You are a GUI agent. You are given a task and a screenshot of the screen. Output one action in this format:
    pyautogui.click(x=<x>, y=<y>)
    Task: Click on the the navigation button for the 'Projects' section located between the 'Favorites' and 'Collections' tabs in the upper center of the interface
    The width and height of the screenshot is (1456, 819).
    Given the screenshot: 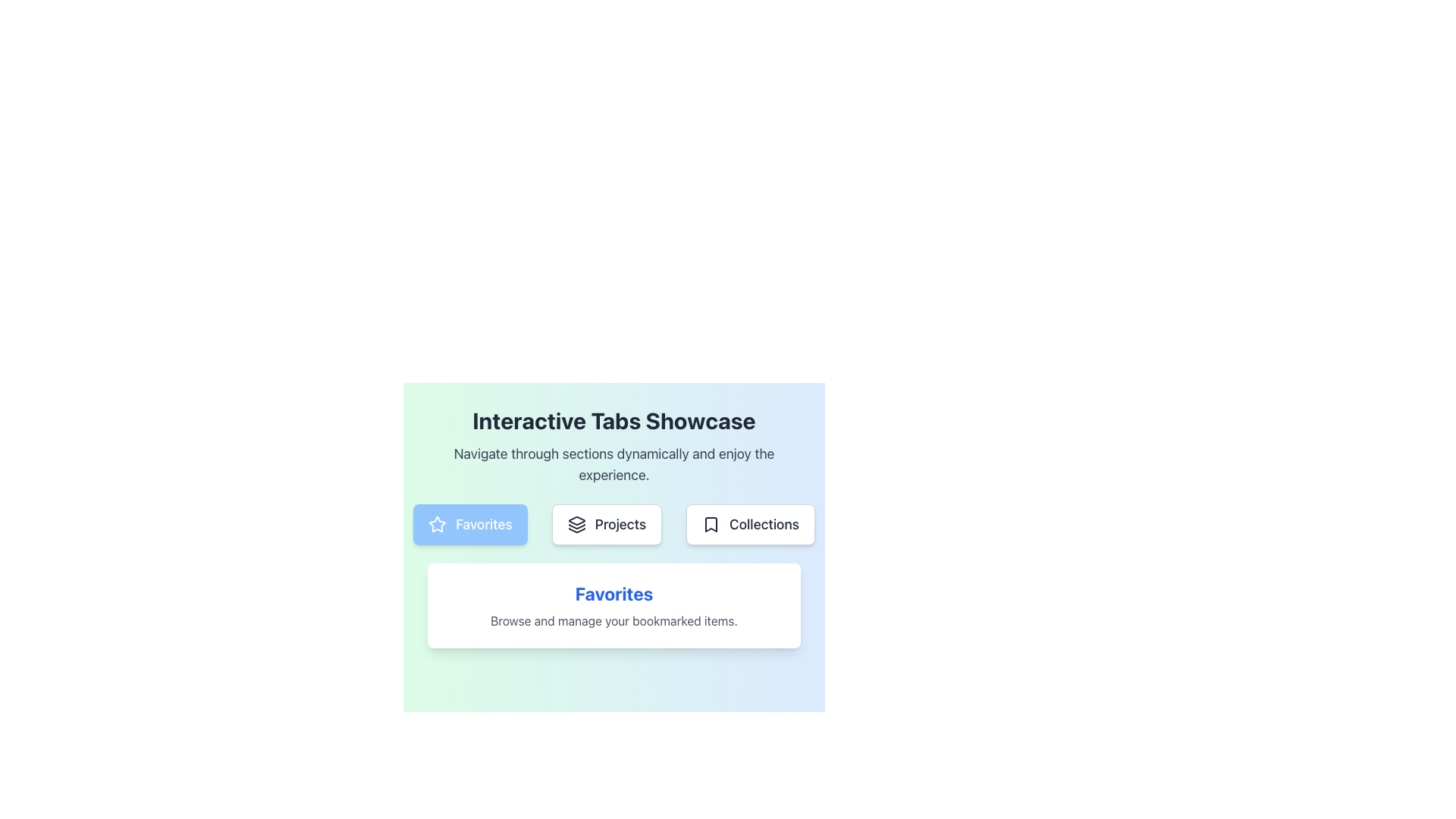 What is the action you would take?
    pyautogui.click(x=607, y=523)
    